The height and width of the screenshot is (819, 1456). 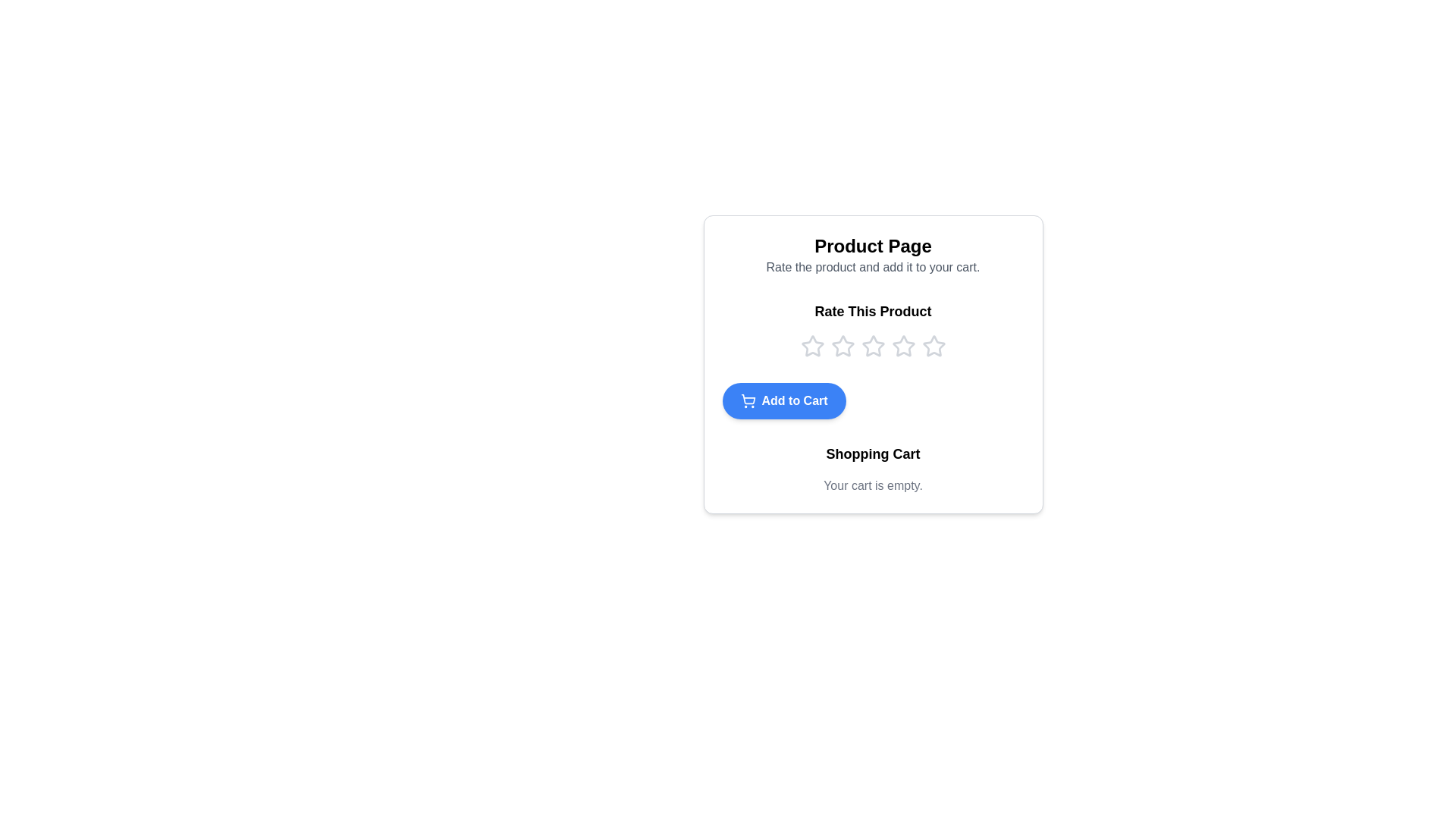 I want to click on the second star icon in the rating system located under the 'Rate This Product' text, so click(x=842, y=346).